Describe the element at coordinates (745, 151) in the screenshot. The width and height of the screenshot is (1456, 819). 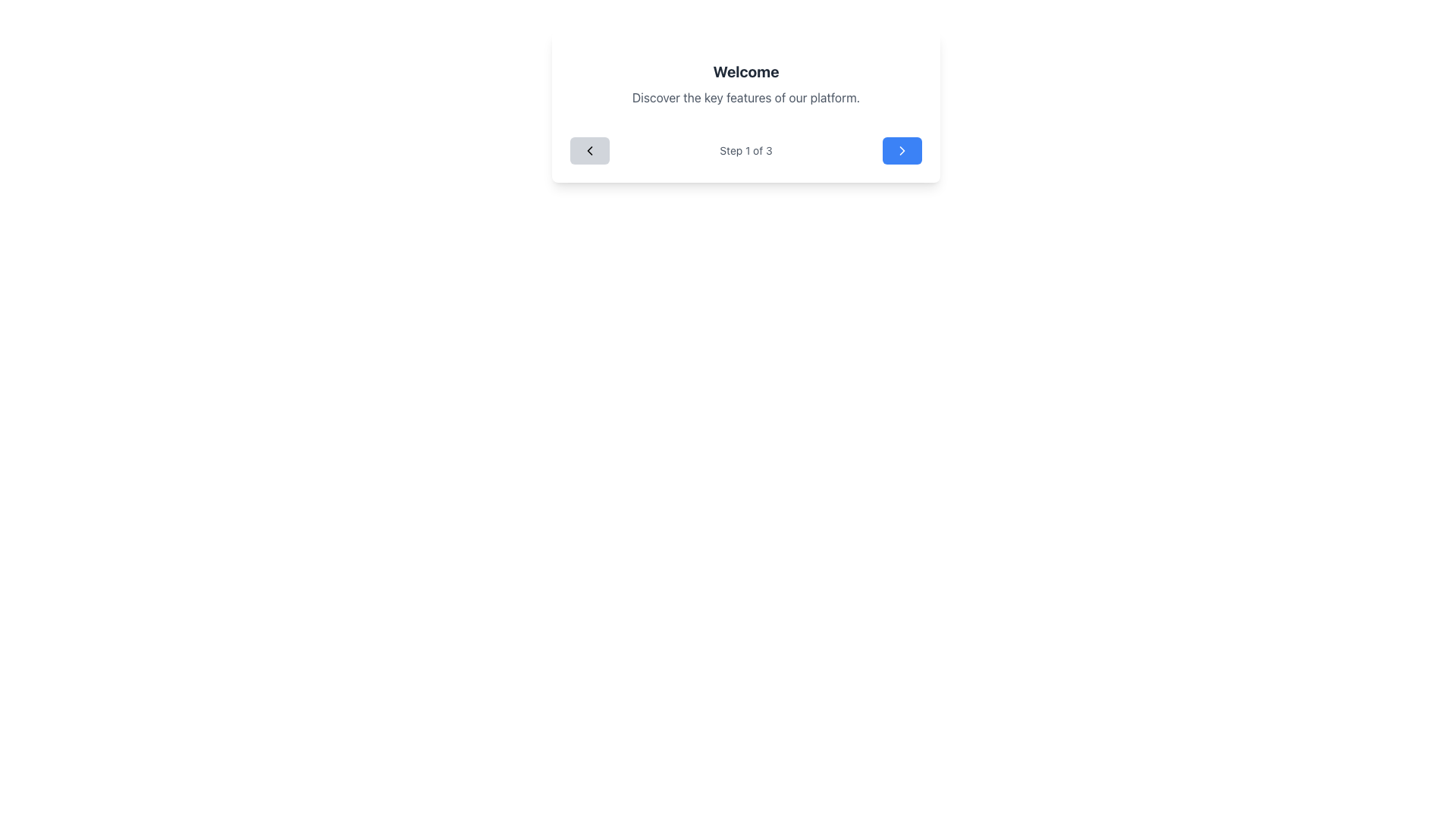
I see `the static text element displaying 'Step 1 of 3' in a small gray font, located centrally in the lower part of the white card interface` at that location.